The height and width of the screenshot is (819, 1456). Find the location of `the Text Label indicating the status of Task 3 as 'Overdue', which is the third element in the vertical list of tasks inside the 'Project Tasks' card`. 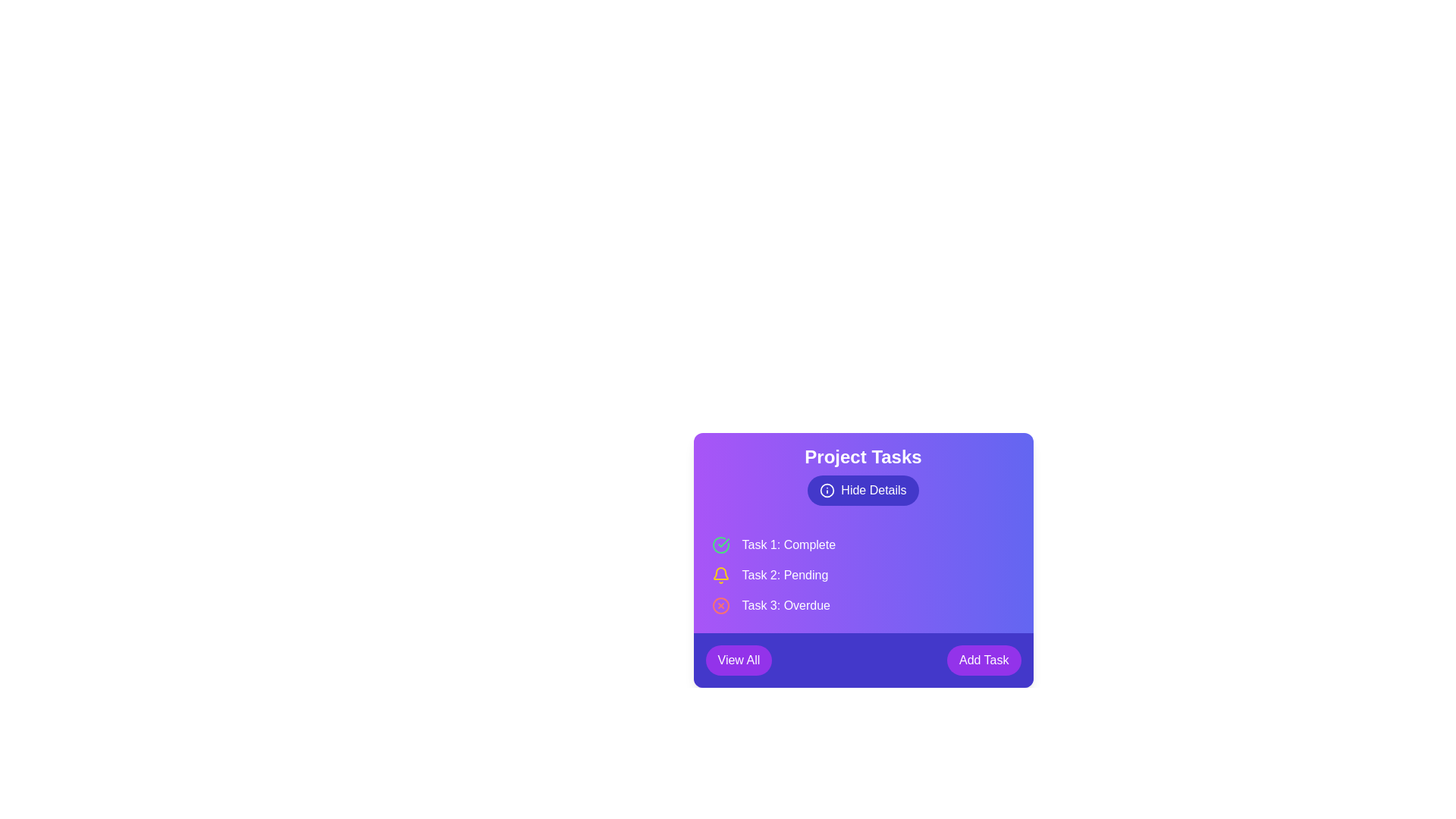

the Text Label indicating the status of Task 3 as 'Overdue', which is the third element in the vertical list of tasks inside the 'Project Tasks' card is located at coordinates (786, 604).